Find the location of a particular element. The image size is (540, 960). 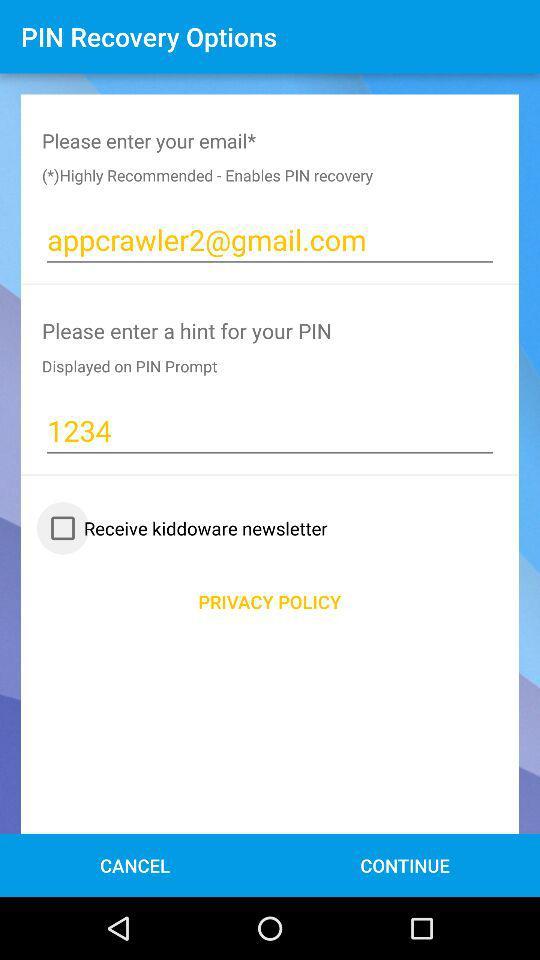

the cancel is located at coordinates (135, 864).